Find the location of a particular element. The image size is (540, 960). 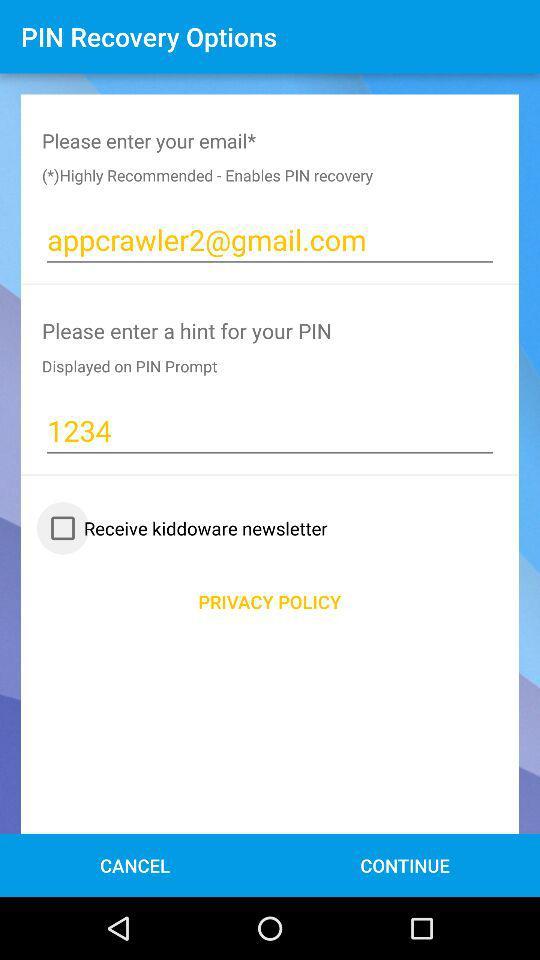

the cancel is located at coordinates (135, 864).